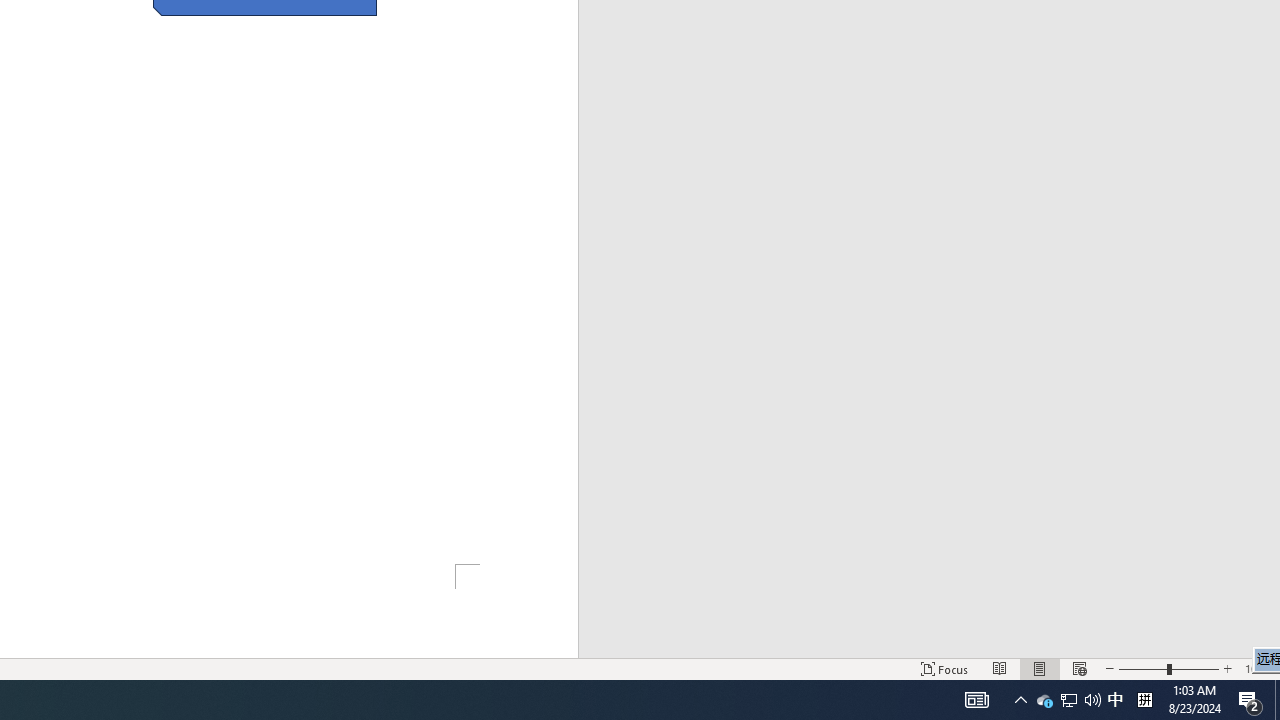 The height and width of the screenshot is (720, 1280). What do you see at coordinates (1257, 669) in the screenshot?
I see `'Zoom 104%'` at bounding box center [1257, 669].